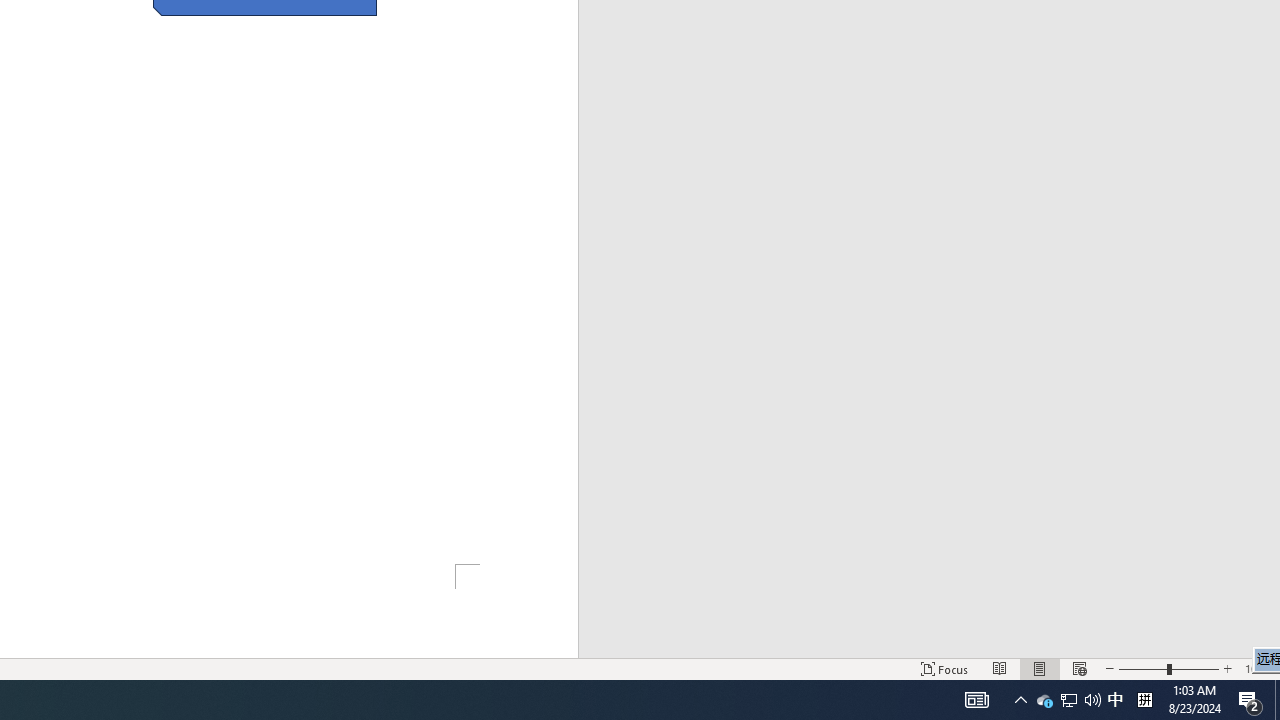 The height and width of the screenshot is (720, 1280). What do you see at coordinates (1257, 669) in the screenshot?
I see `'Zoom 104%'` at bounding box center [1257, 669].